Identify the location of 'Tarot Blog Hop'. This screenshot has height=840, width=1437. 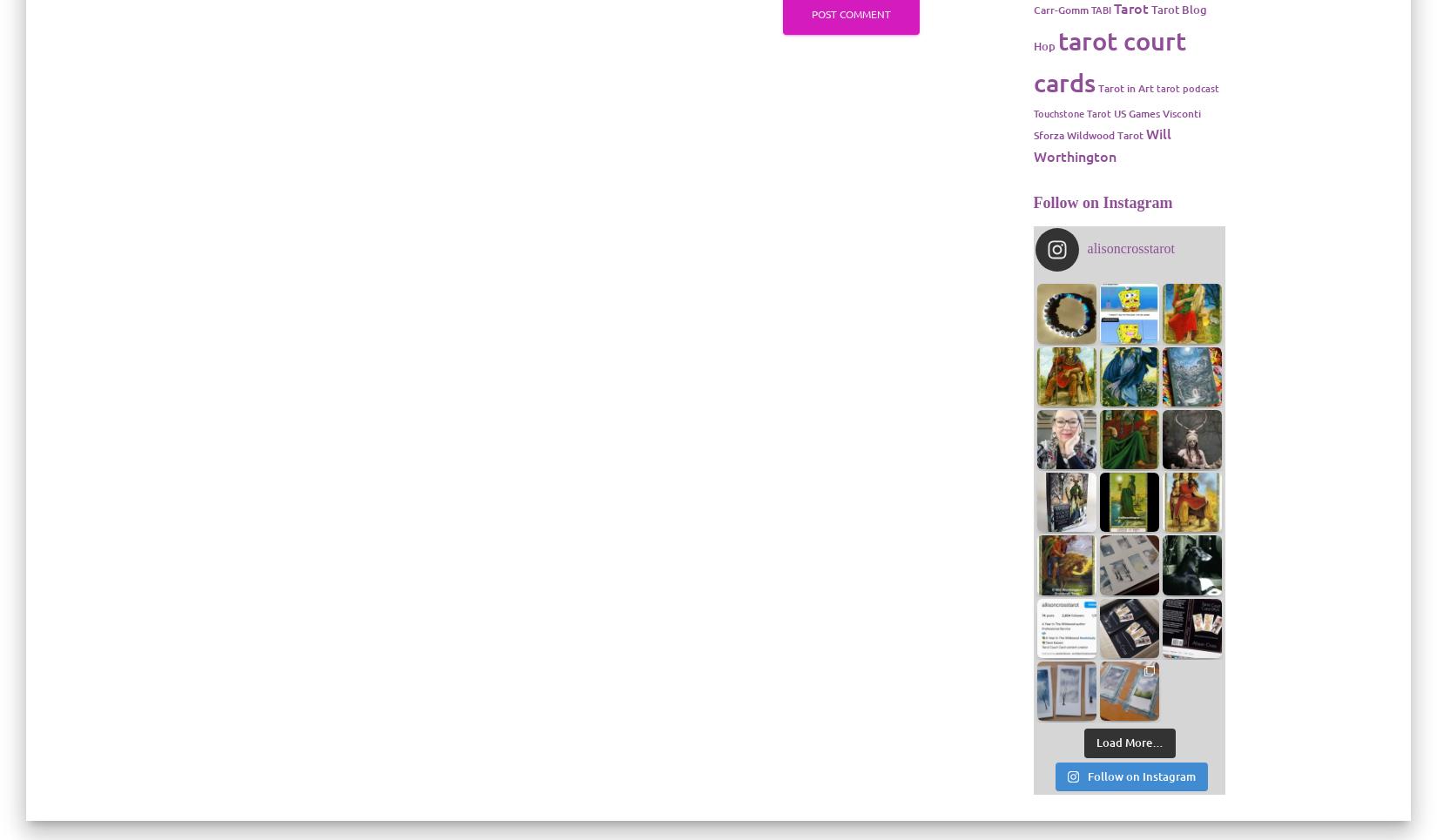
(1118, 27).